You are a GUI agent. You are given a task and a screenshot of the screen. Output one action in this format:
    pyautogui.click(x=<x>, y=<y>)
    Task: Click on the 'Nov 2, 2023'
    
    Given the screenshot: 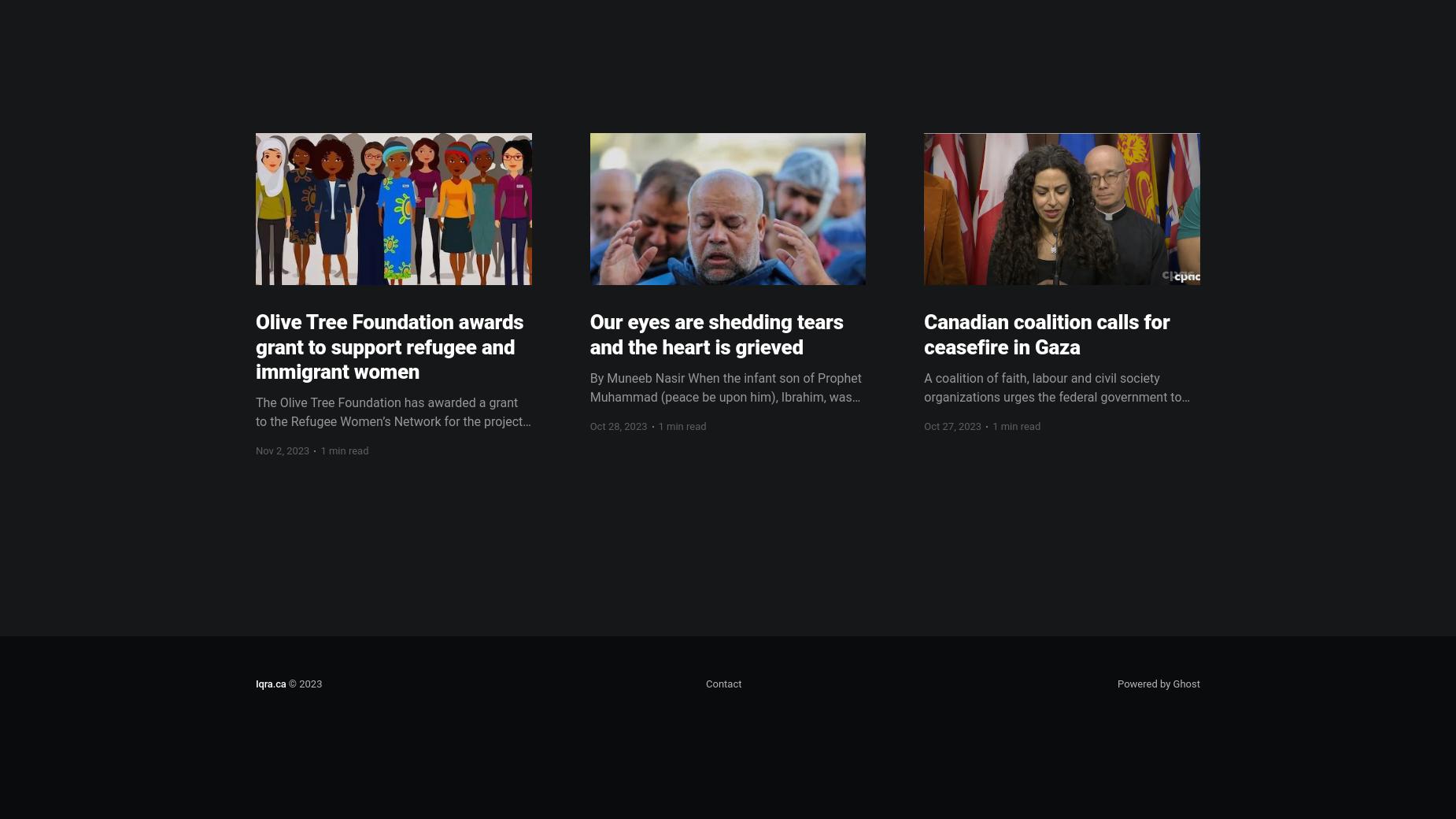 What is the action you would take?
    pyautogui.click(x=282, y=449)
    